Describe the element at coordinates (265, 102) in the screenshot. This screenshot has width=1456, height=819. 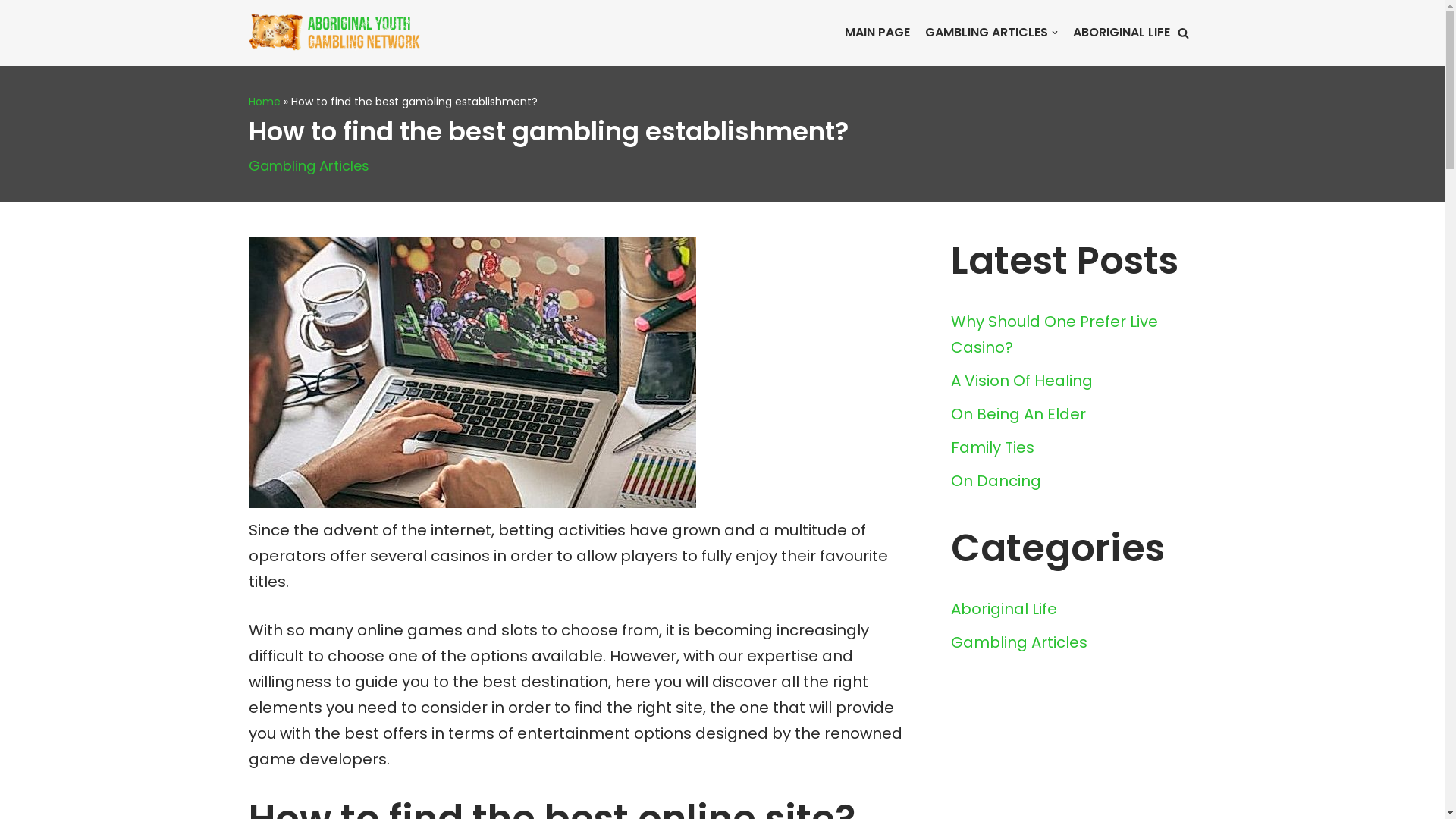
I see `'Home'` at that location.